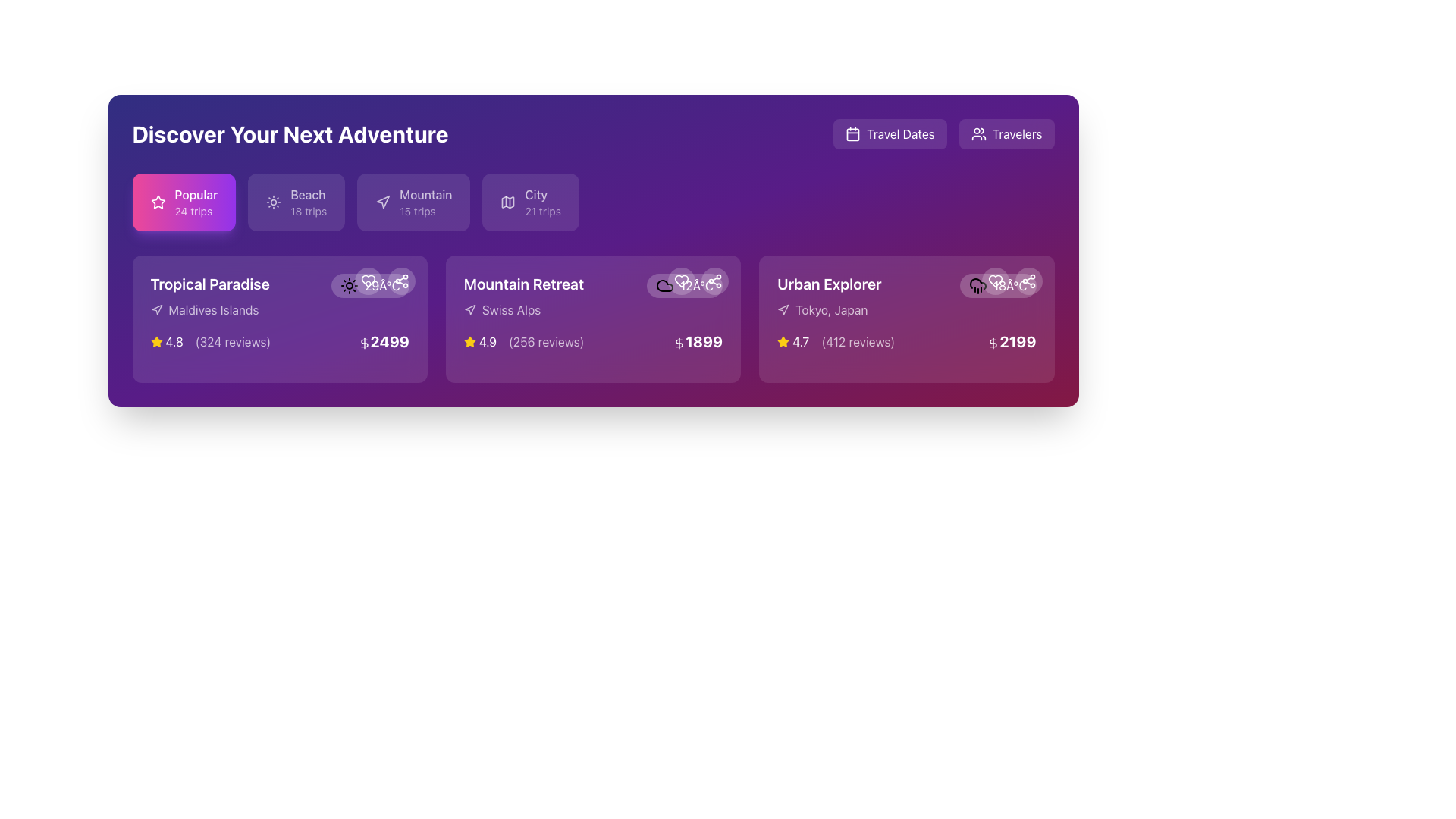  Describe the element at coordinates (469, 342) in the screenshot. I see `the star icon adjacent to the numeric rating '4.9' in the rating display section for the 'Mountain Retreat' card` at that location.